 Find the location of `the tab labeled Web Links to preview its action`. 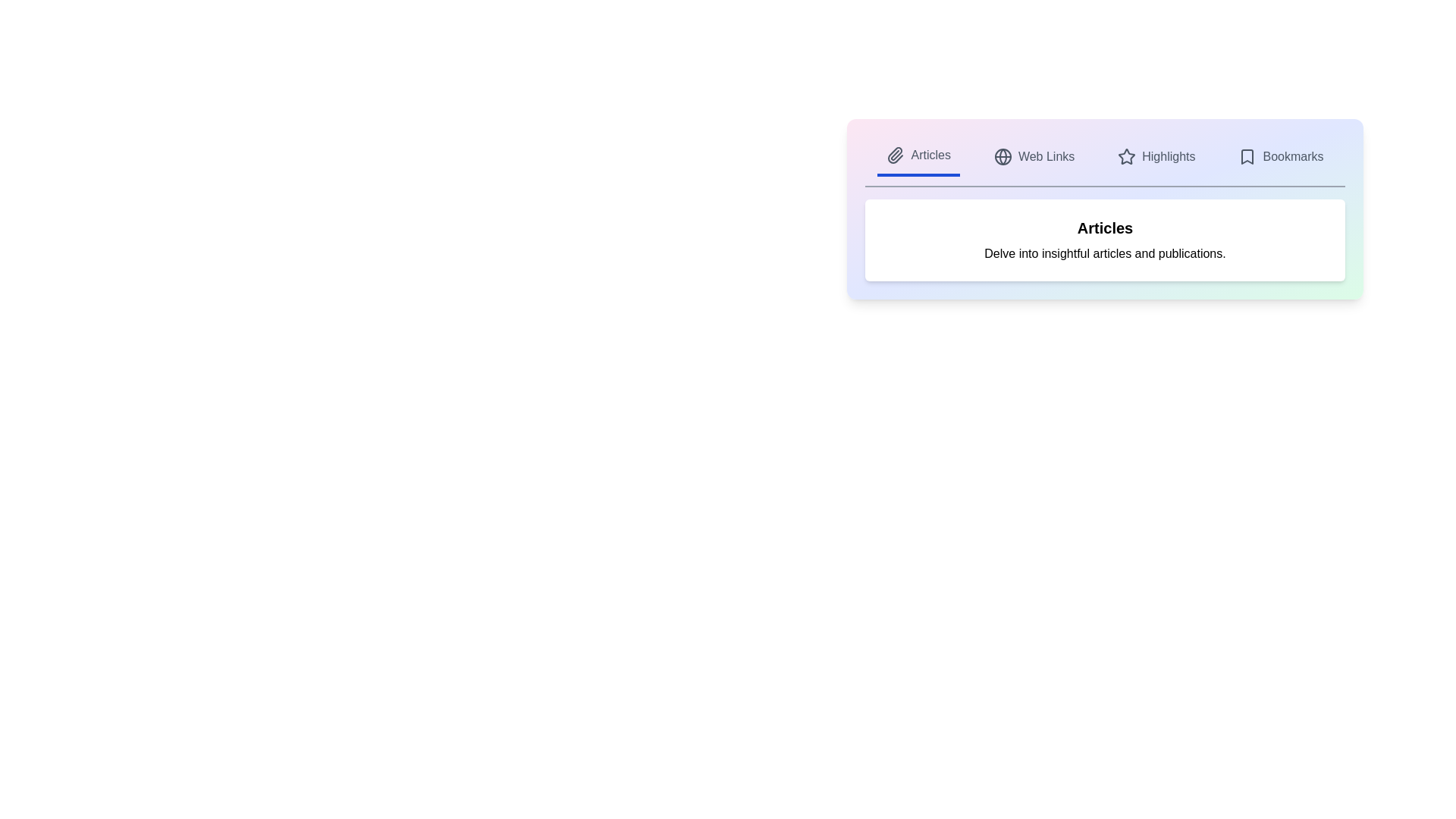

the tab labeled Web Links to preview its action is located at coordinates (1034, 157).